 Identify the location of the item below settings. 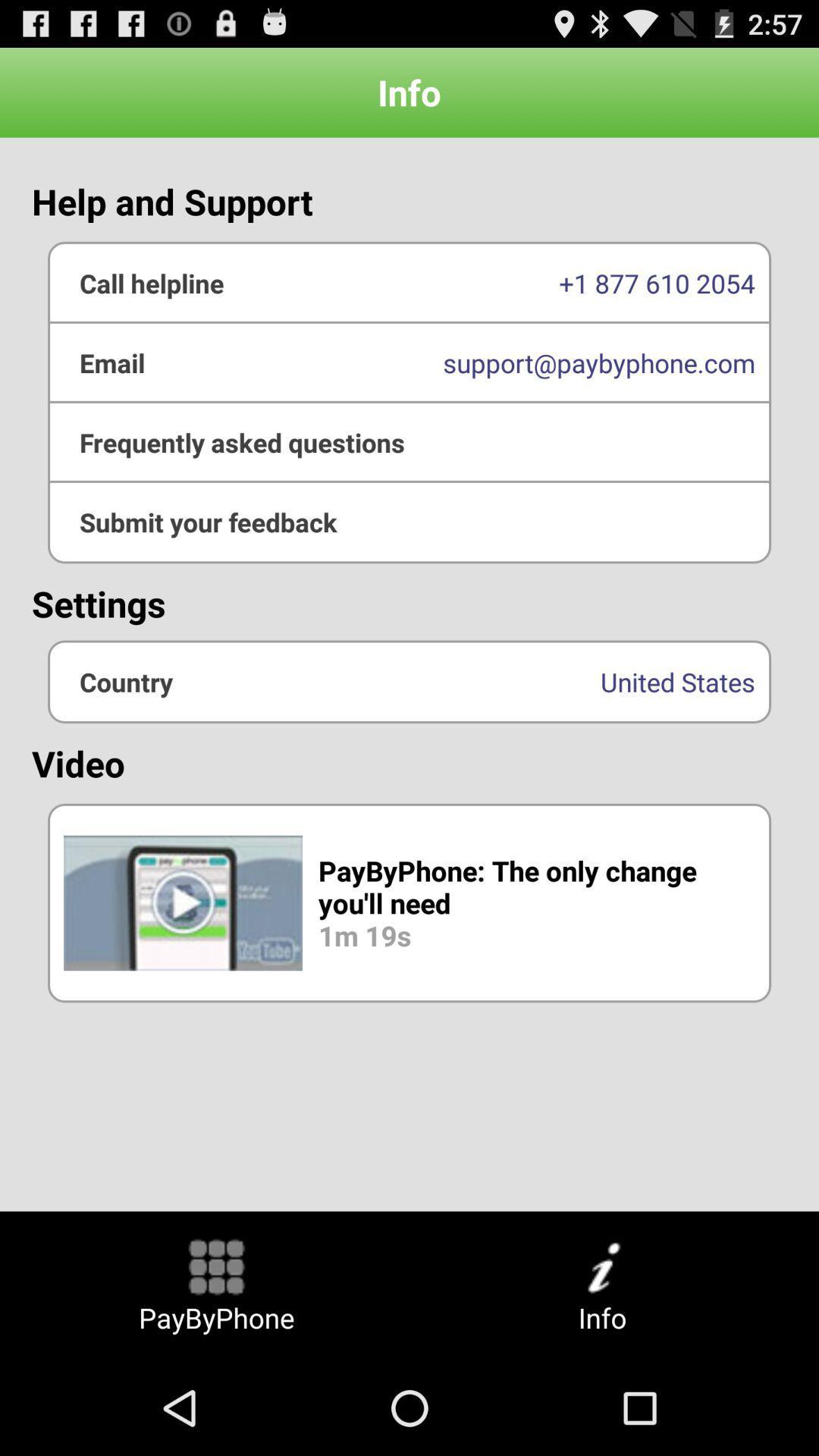
(409, 681).